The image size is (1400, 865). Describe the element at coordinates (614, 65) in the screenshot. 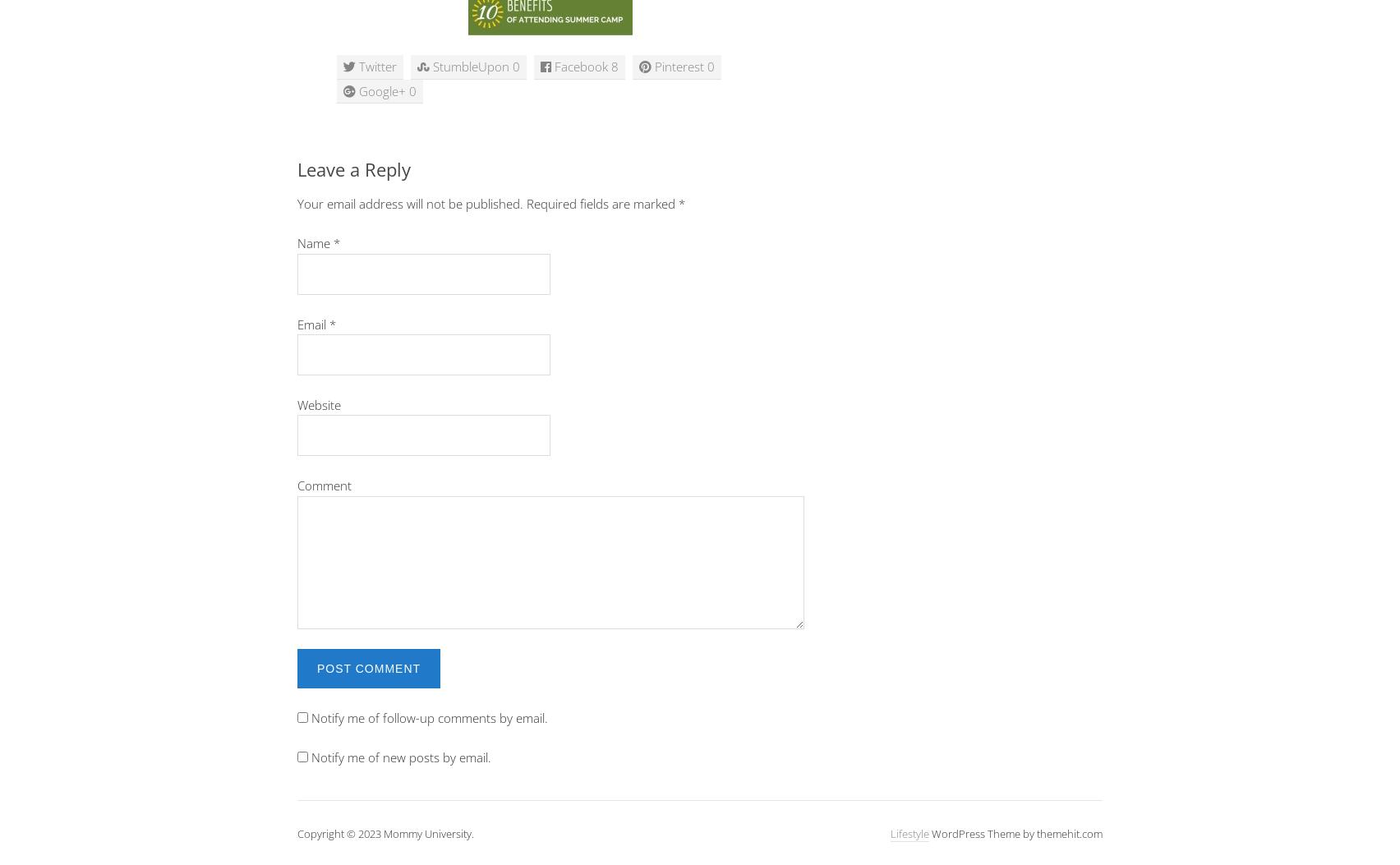

I see `'8'` at that location.